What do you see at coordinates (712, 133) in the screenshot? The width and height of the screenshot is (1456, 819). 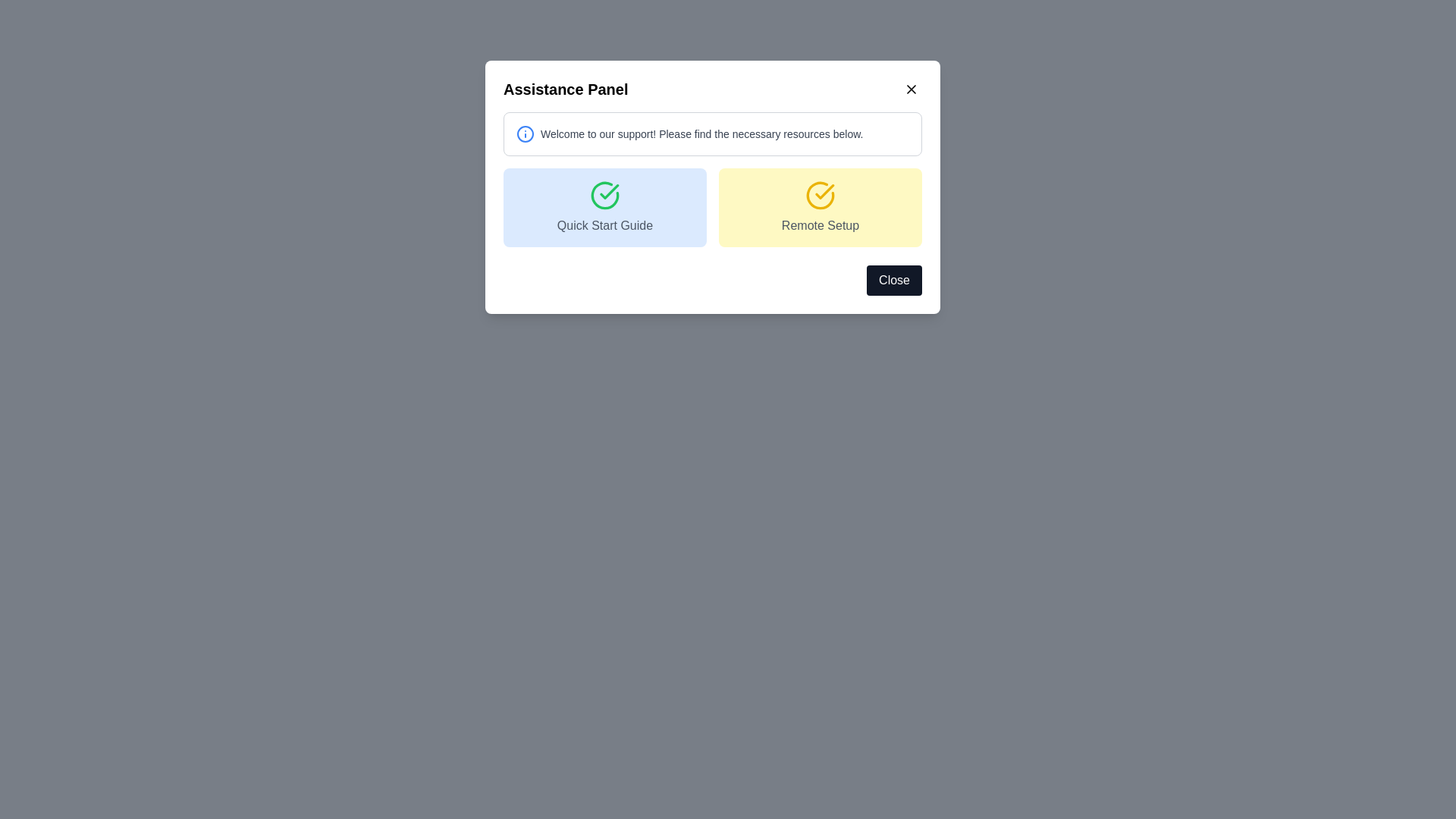 I see `the Informational panel located under the 'Assistance Panel' heading to read the contents` at bounding box center [712, 133].